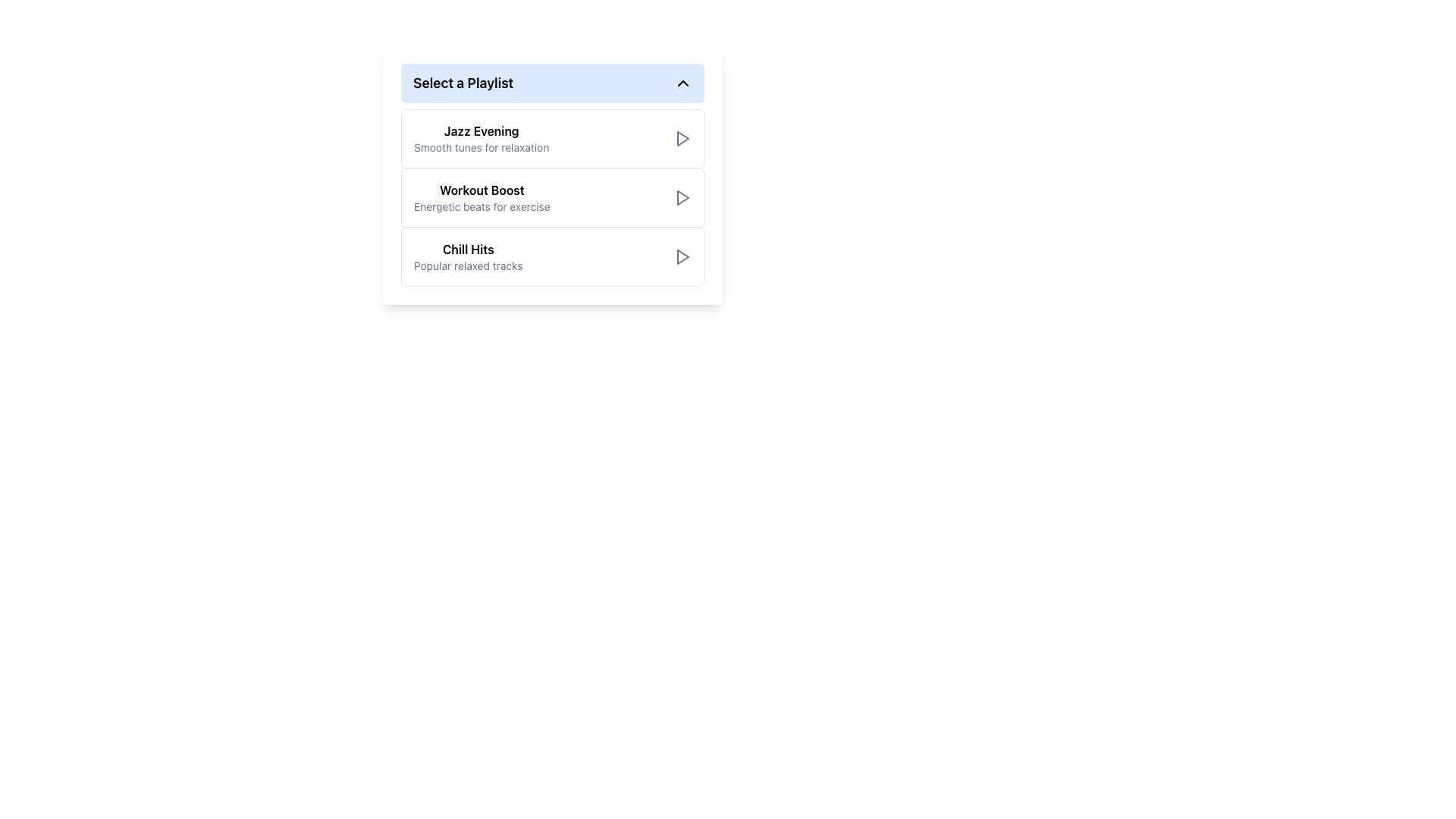  What do you see at coordinates (467, 248) in the screenshot?
I see `the 'Chill Hits' text label, which is the primary title in the third card of the vertically stacked playlist list` at bounding box center [467, 248].